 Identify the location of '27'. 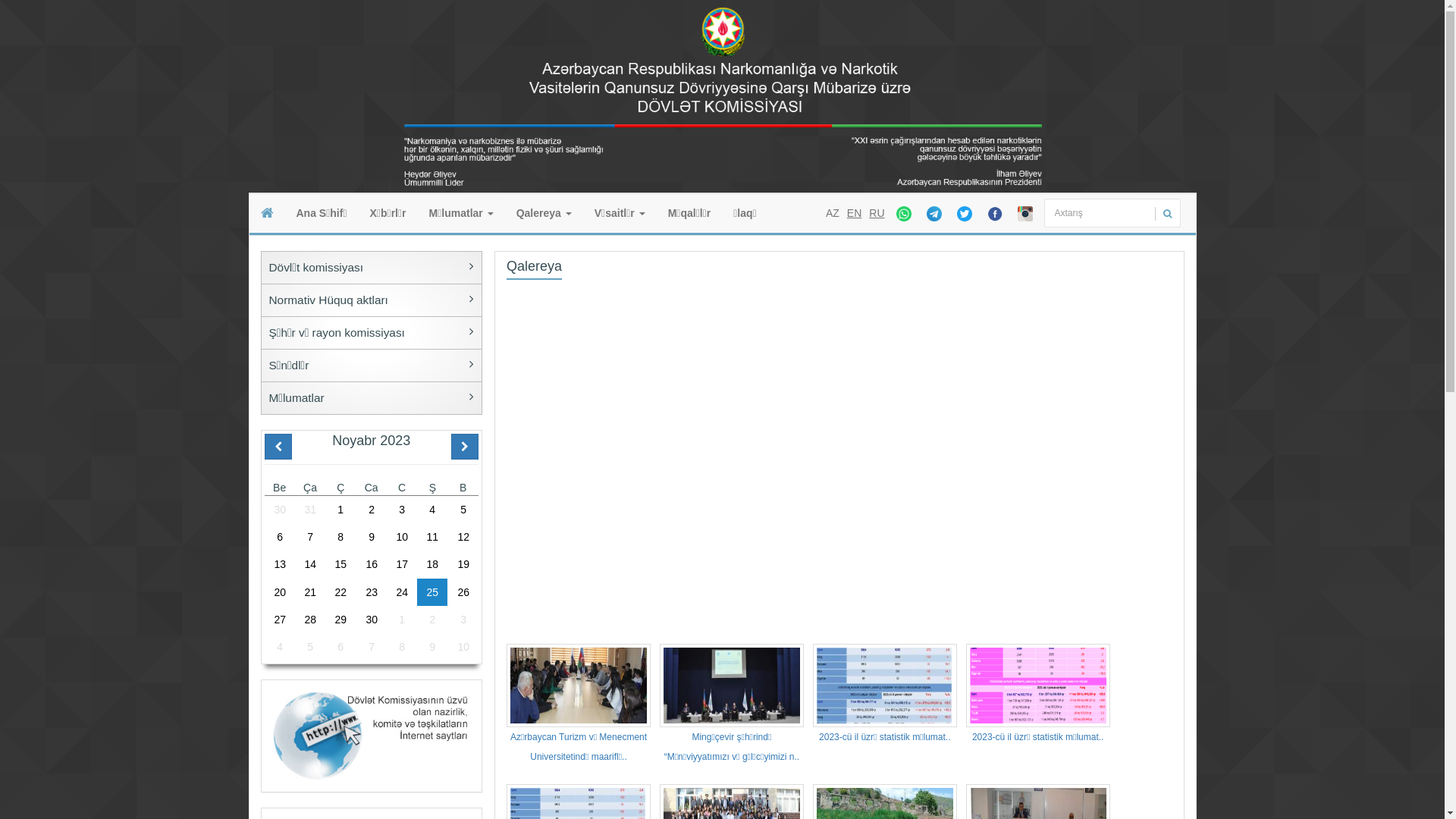
(279, 620).